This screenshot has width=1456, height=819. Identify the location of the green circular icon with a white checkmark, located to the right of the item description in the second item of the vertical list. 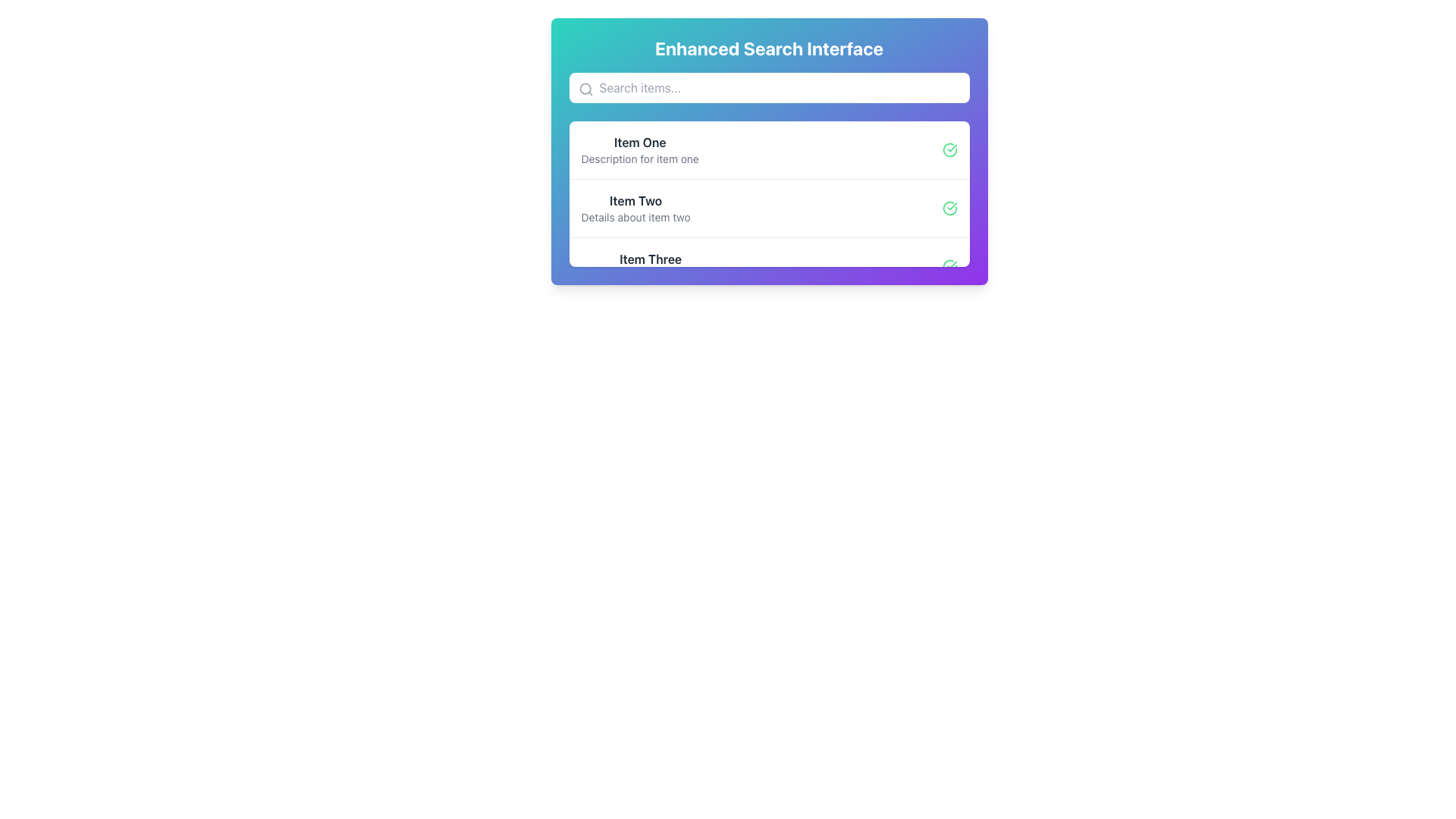
(949, 208).